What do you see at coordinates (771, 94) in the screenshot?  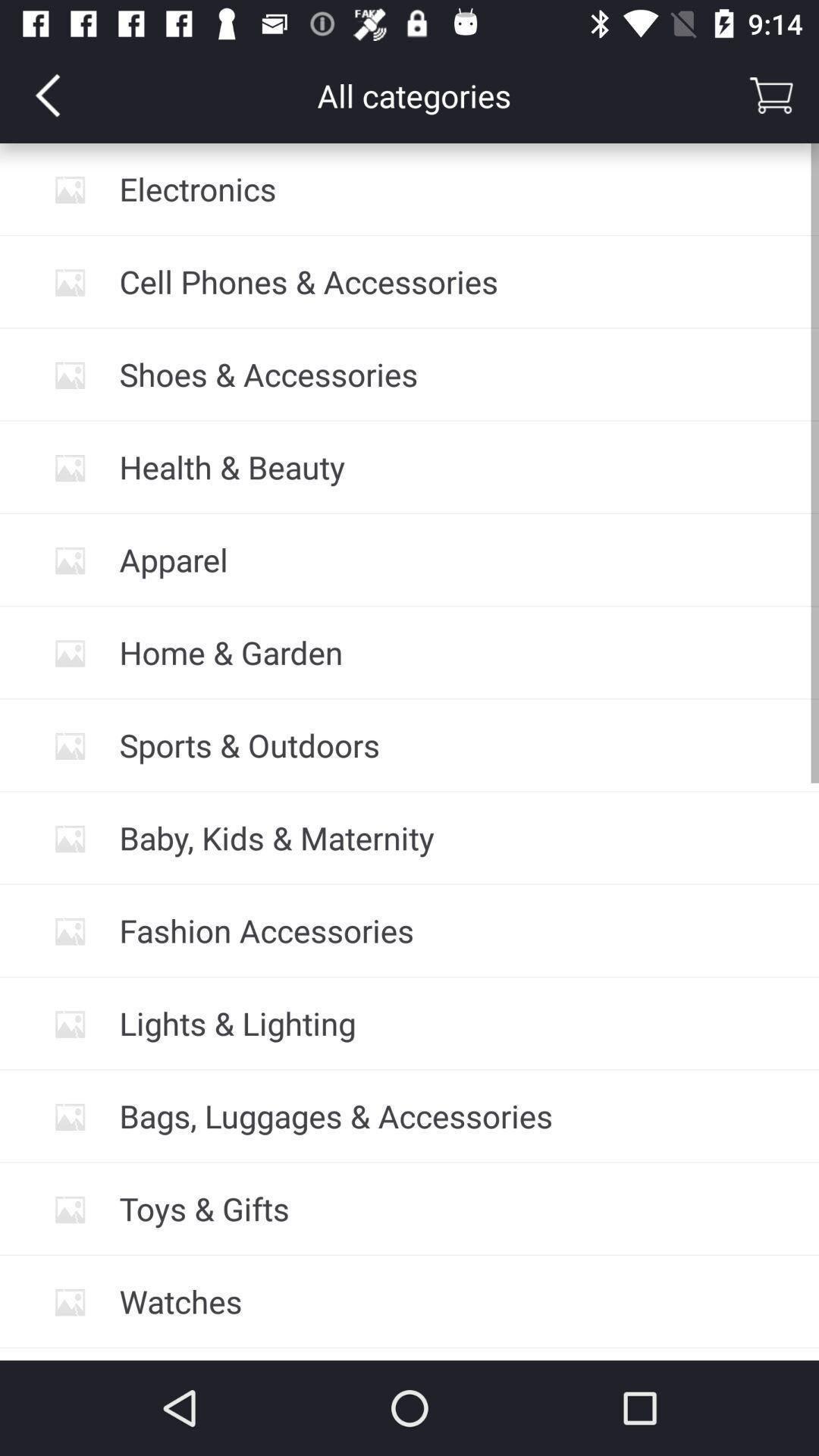 I see `basket` at bounding box center [771, 94].